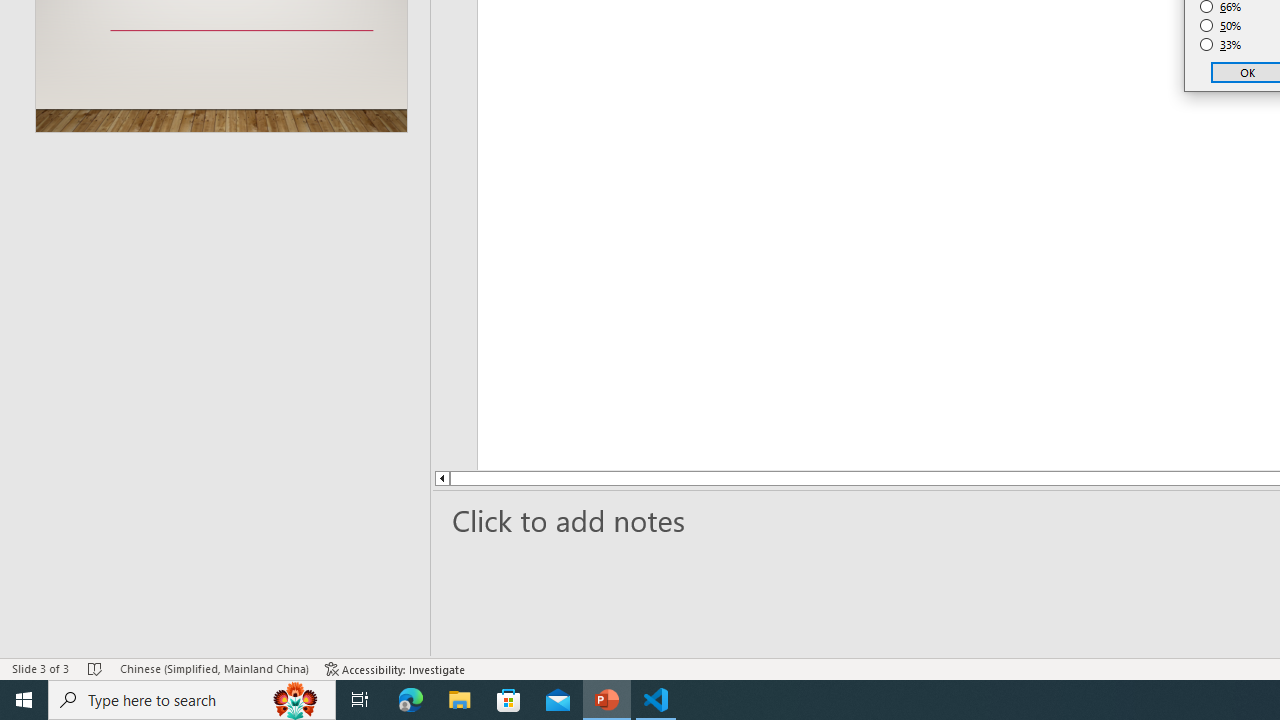 Image resolution: width=1280 pixels, height=720 pixels. Describe the element at coordinates (410, 698) in the screenshot. I see `'Microsoft Edge'` at that location.